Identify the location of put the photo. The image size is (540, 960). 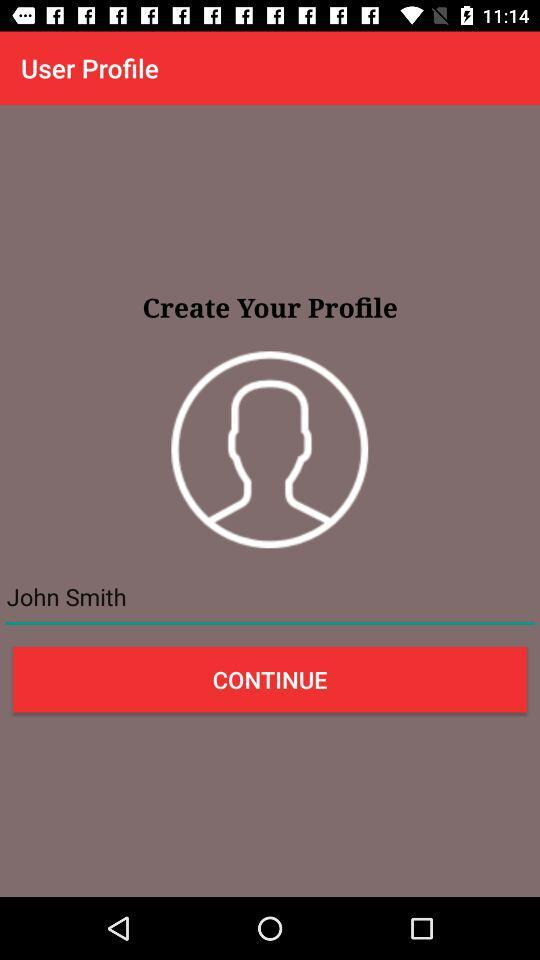
(269, 449).